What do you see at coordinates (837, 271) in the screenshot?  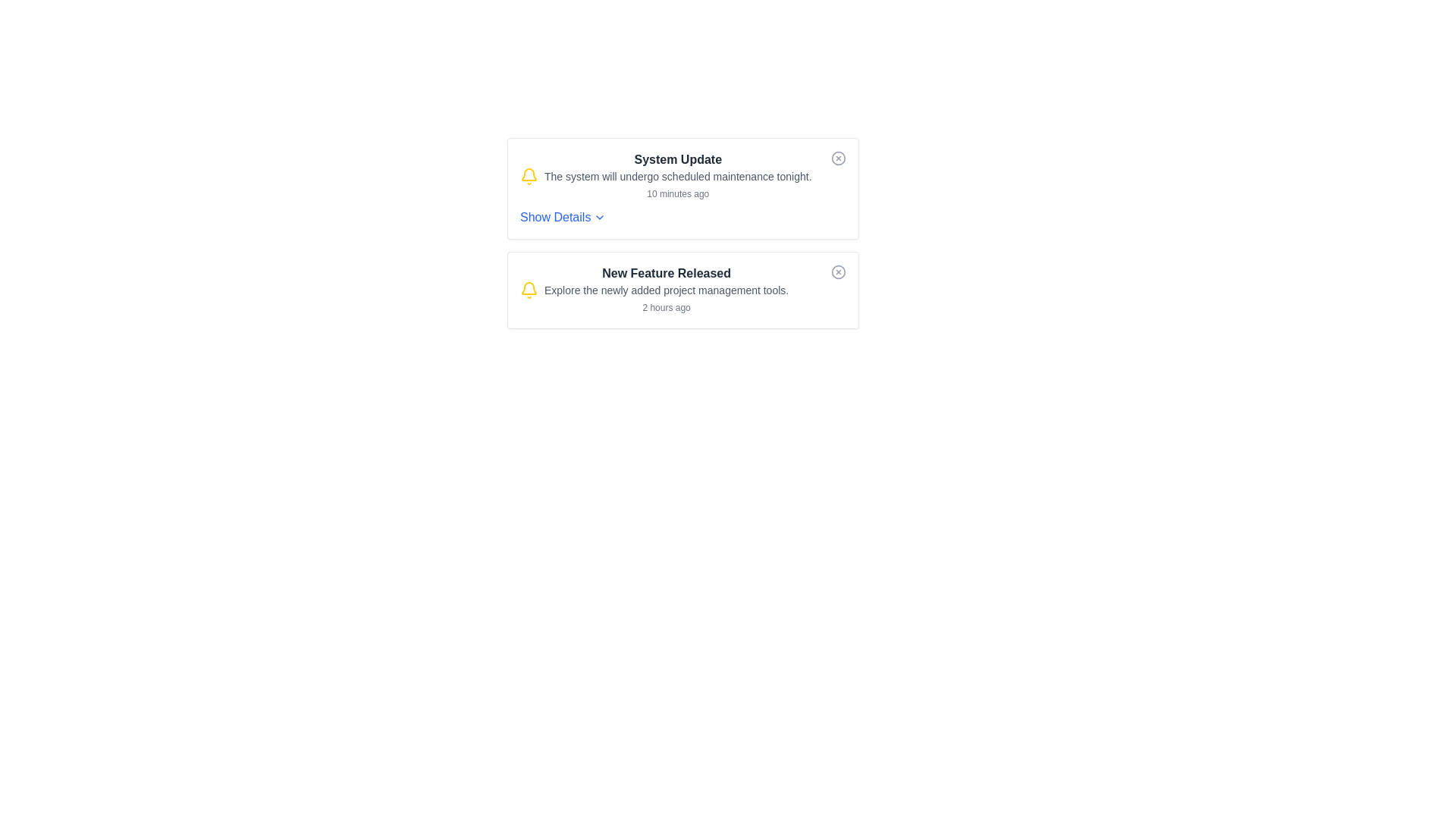 I see `the dismiss button located at the top-right corner of the 'New Feature Released' notification card` at bounding box center [837, 271].